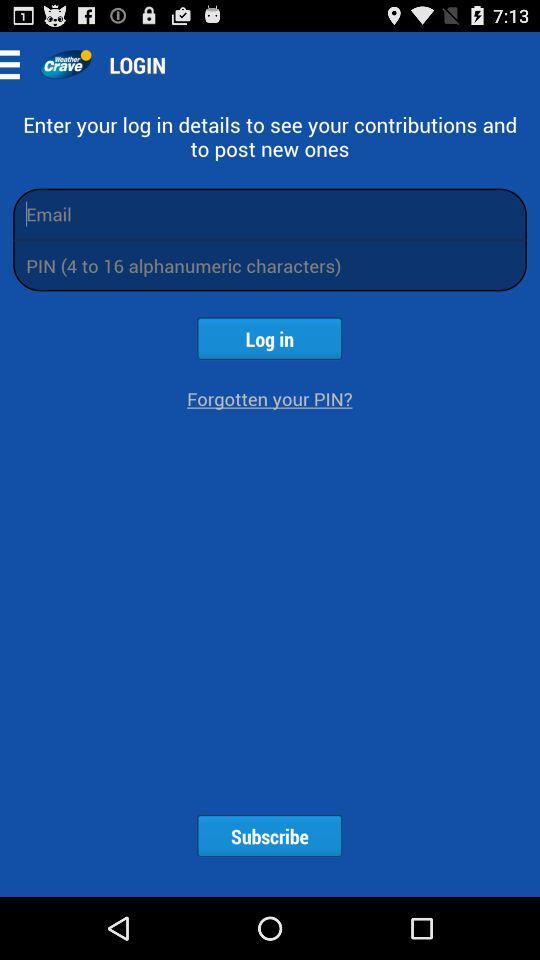  Describe the element at coordinates (270, 264) in the screenshot. I see `type in pin code` at that location.